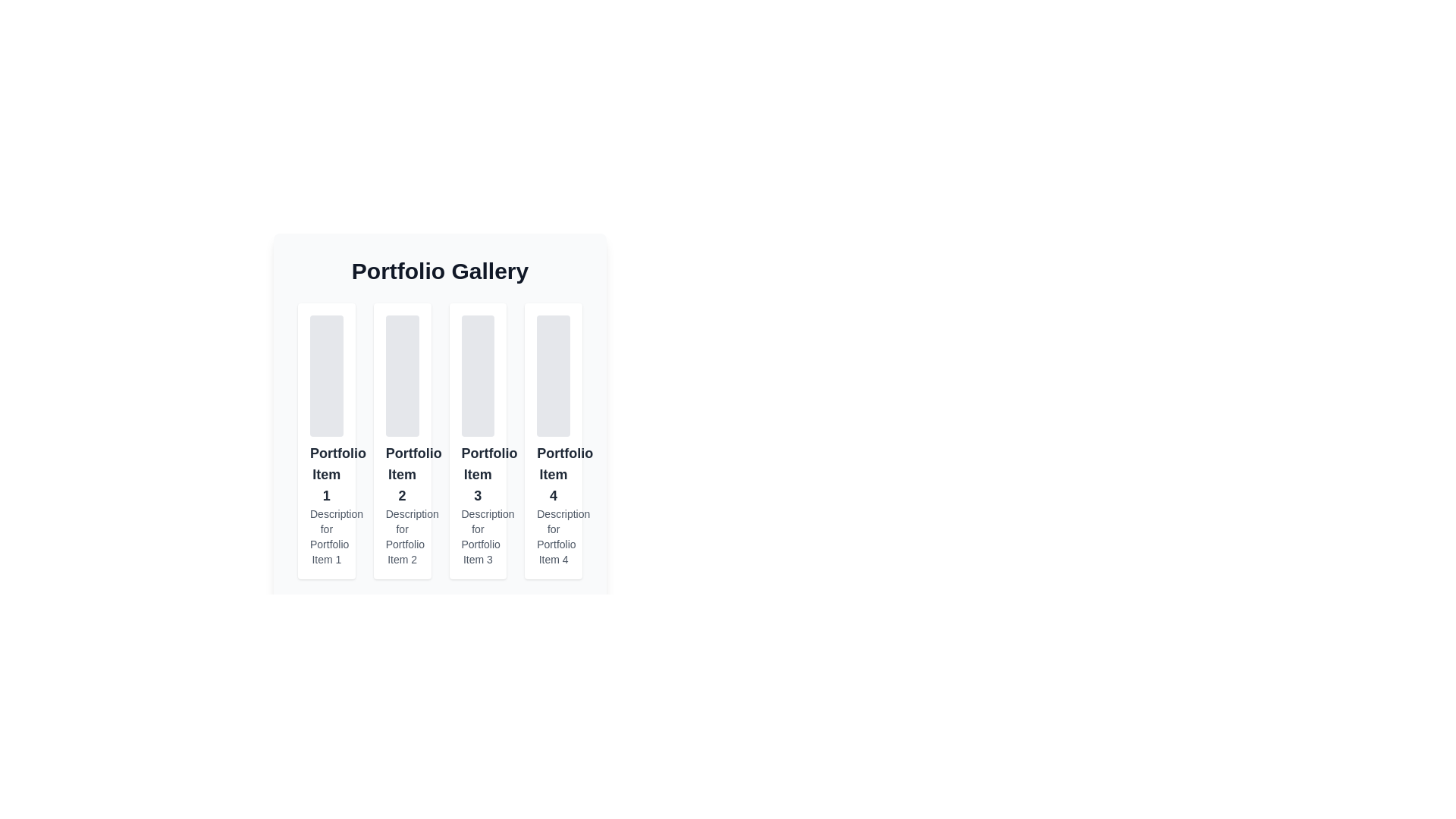 This screenshot has width=1456, height=819. Describe the element at coordinates (325, 536) in the screenshot. I see `the descriptive text element located below the header 'Portfolio Item 1' in the portfolio card` at that location.